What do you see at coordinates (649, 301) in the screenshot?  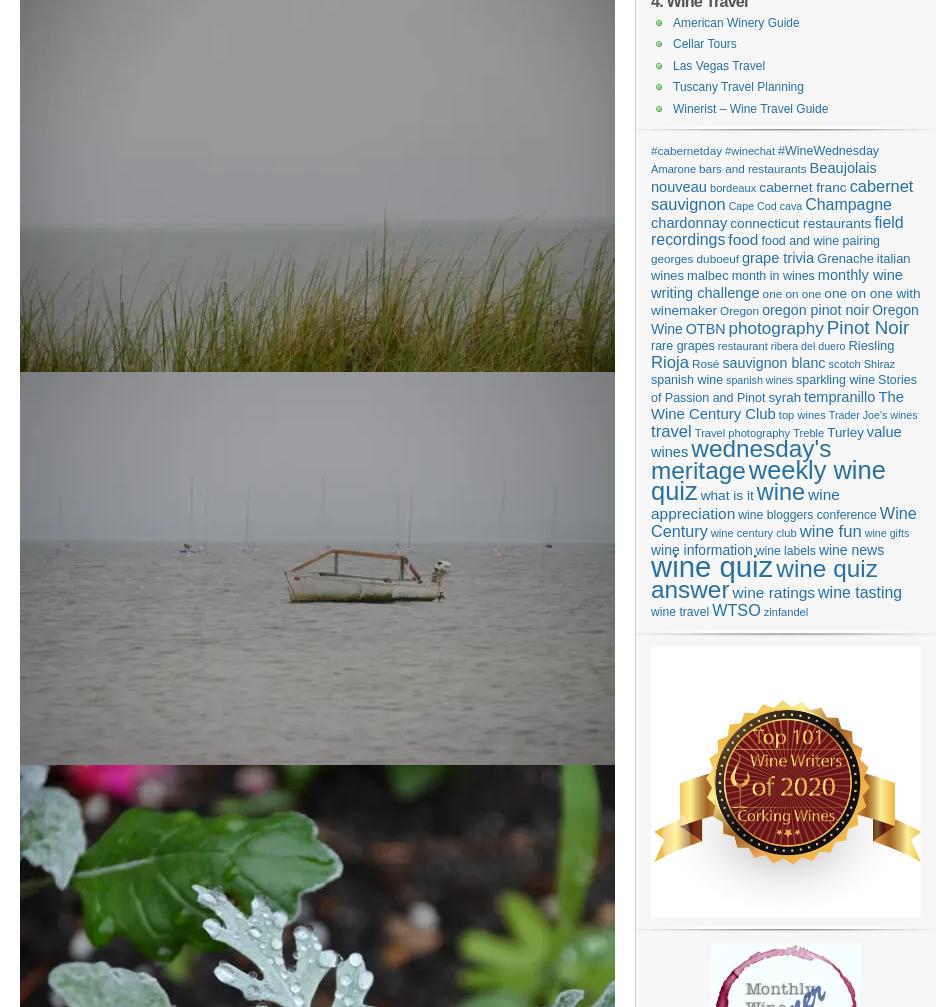 I see `'one on one with winemaker'` at bounding box center [649, 301].